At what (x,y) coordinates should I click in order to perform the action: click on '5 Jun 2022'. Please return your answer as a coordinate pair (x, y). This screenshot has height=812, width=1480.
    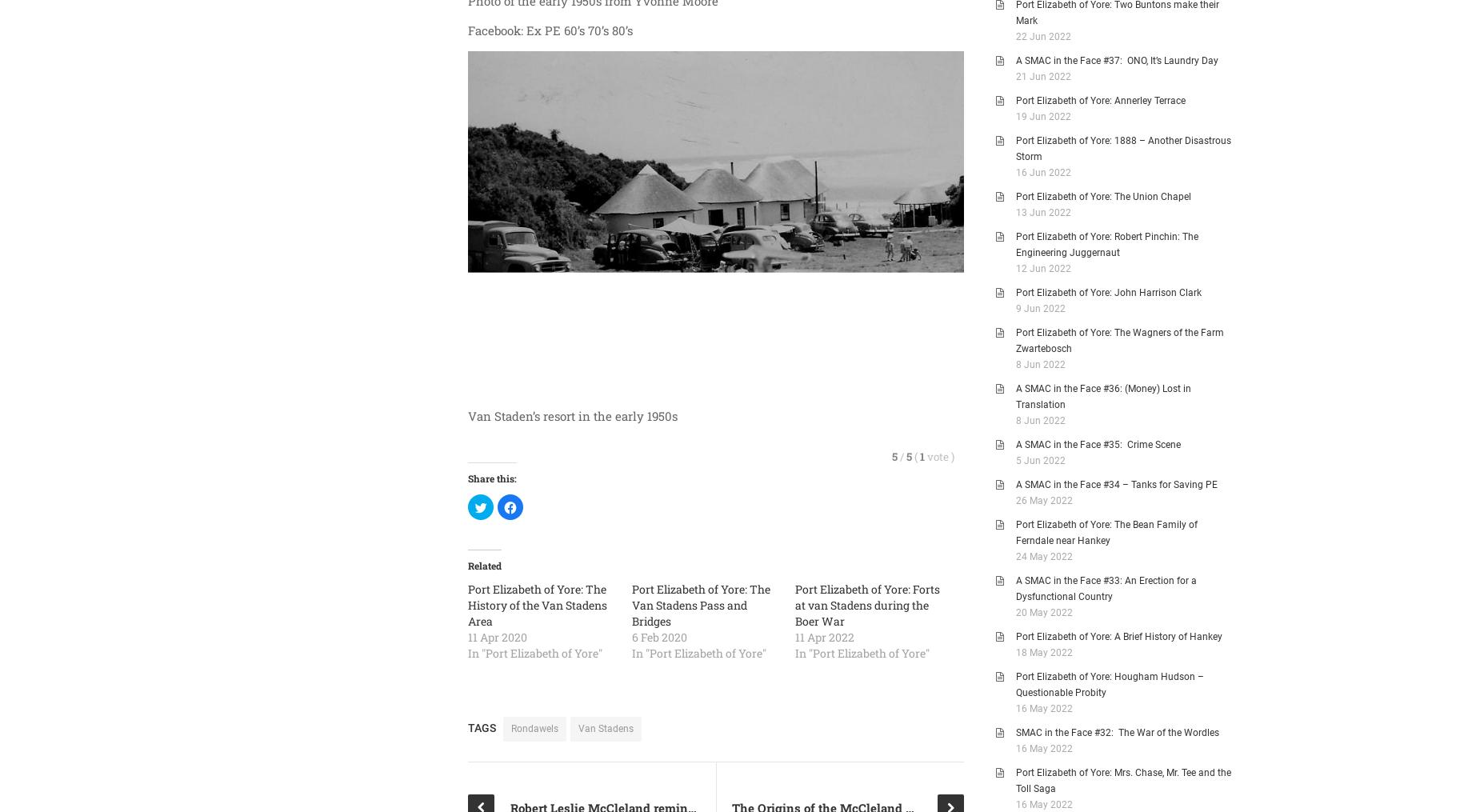
    Looking at the image, I should click on (1039, 461).